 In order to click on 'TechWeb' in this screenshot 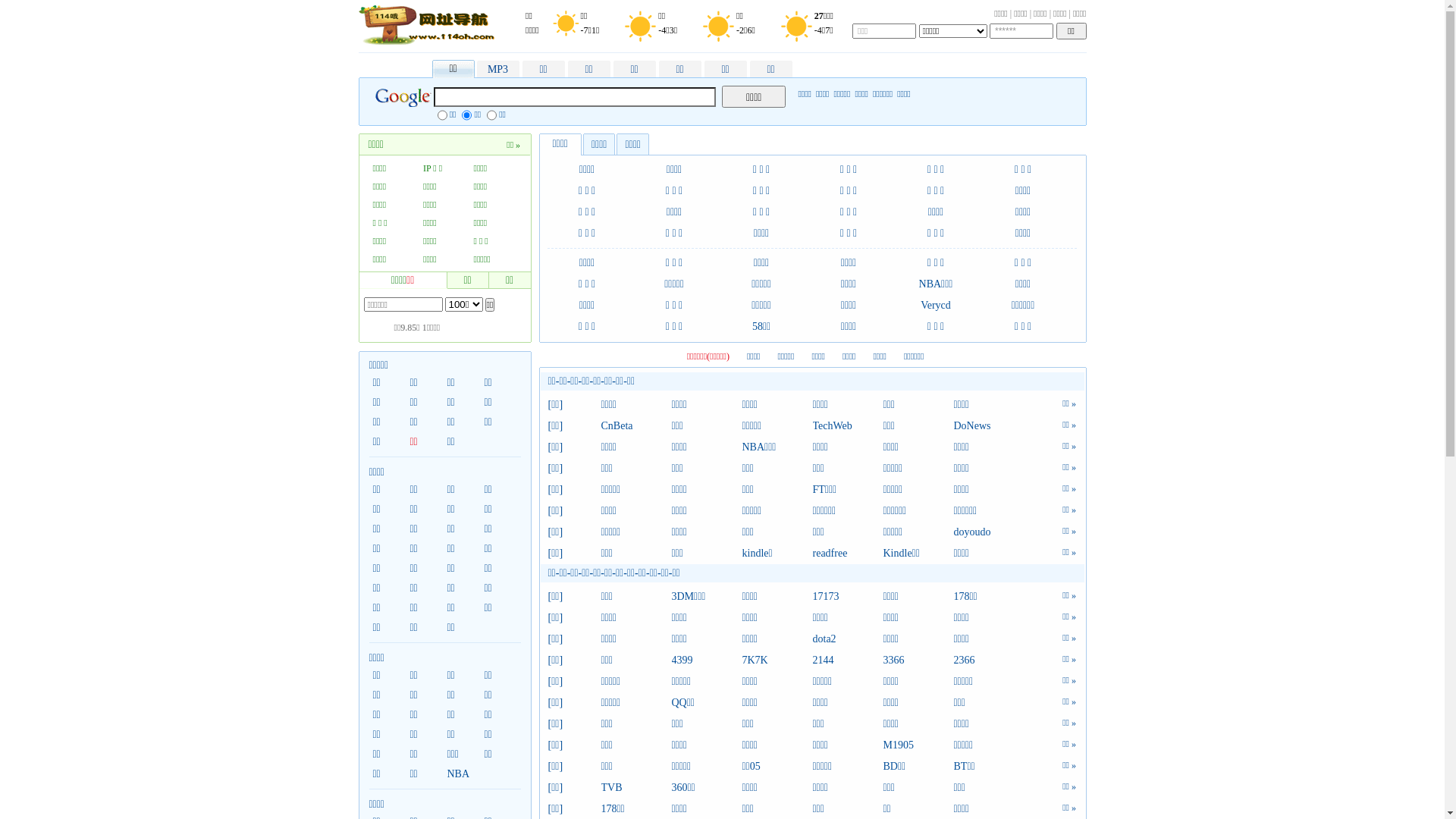, I will do `click(847, 426)`.